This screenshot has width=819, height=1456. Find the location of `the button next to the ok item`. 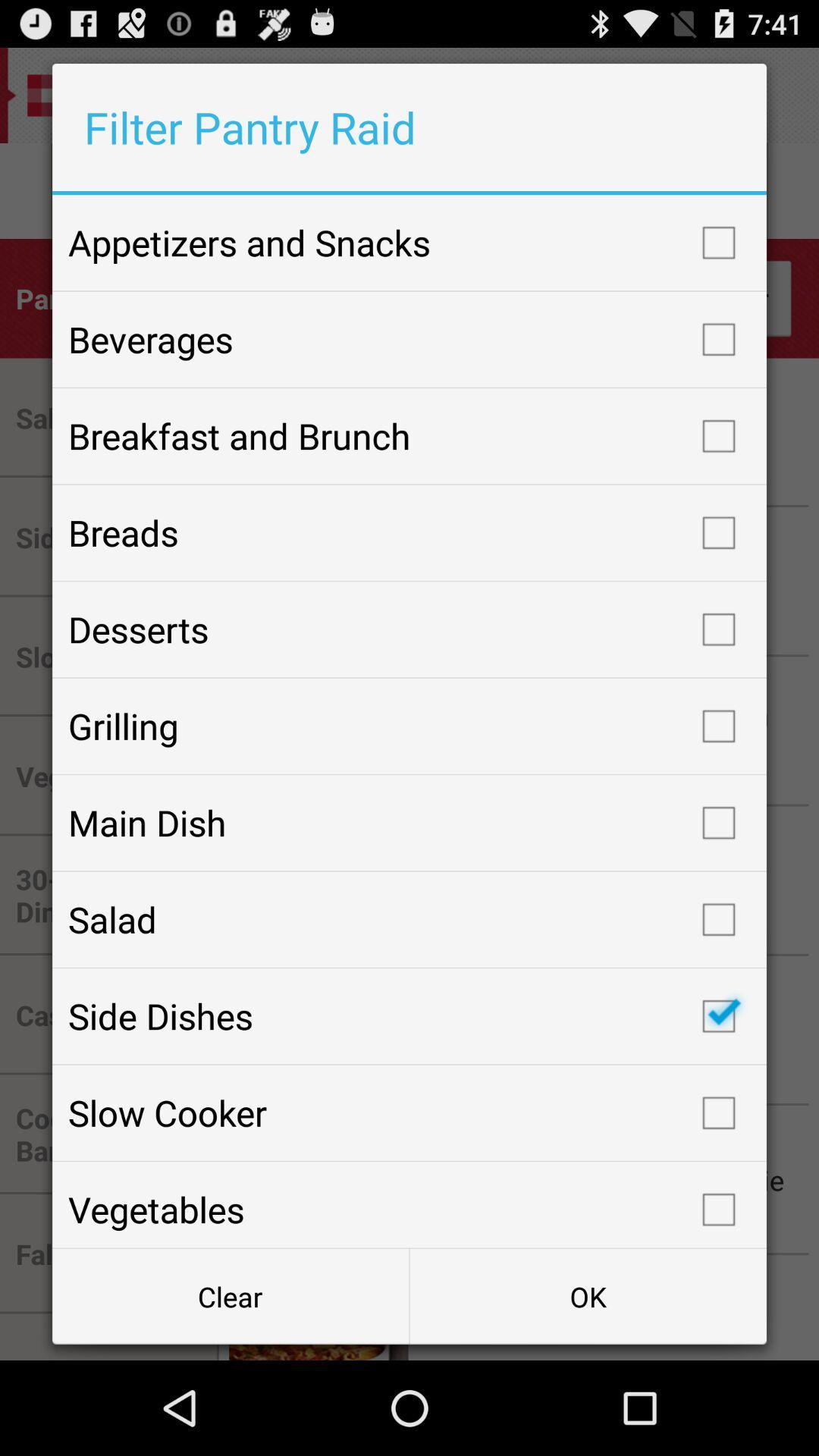

the button next to the ok item is located at coordinates (231, 1295).